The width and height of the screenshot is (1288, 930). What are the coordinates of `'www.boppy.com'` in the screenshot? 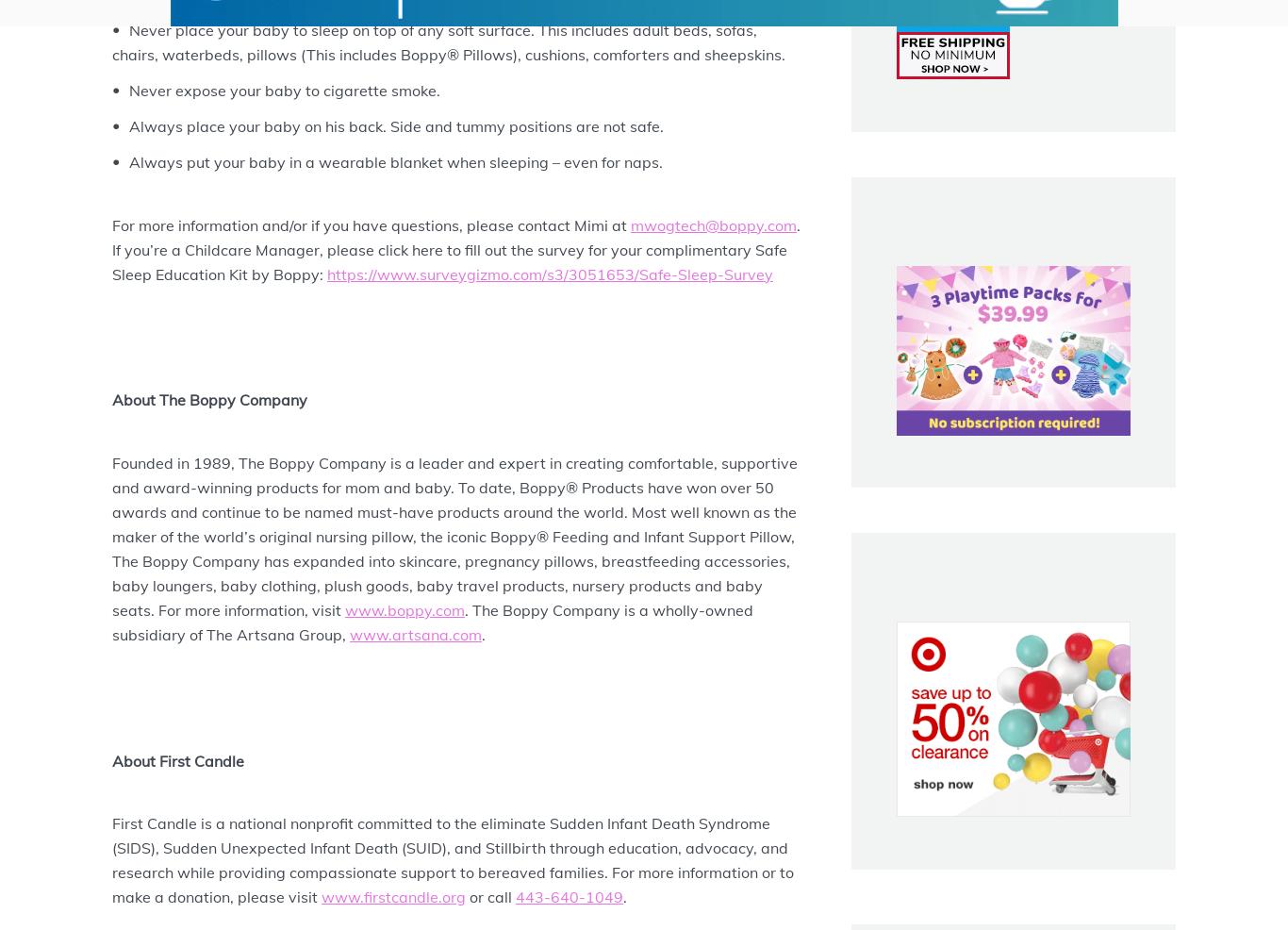 It's located at (404, 610).